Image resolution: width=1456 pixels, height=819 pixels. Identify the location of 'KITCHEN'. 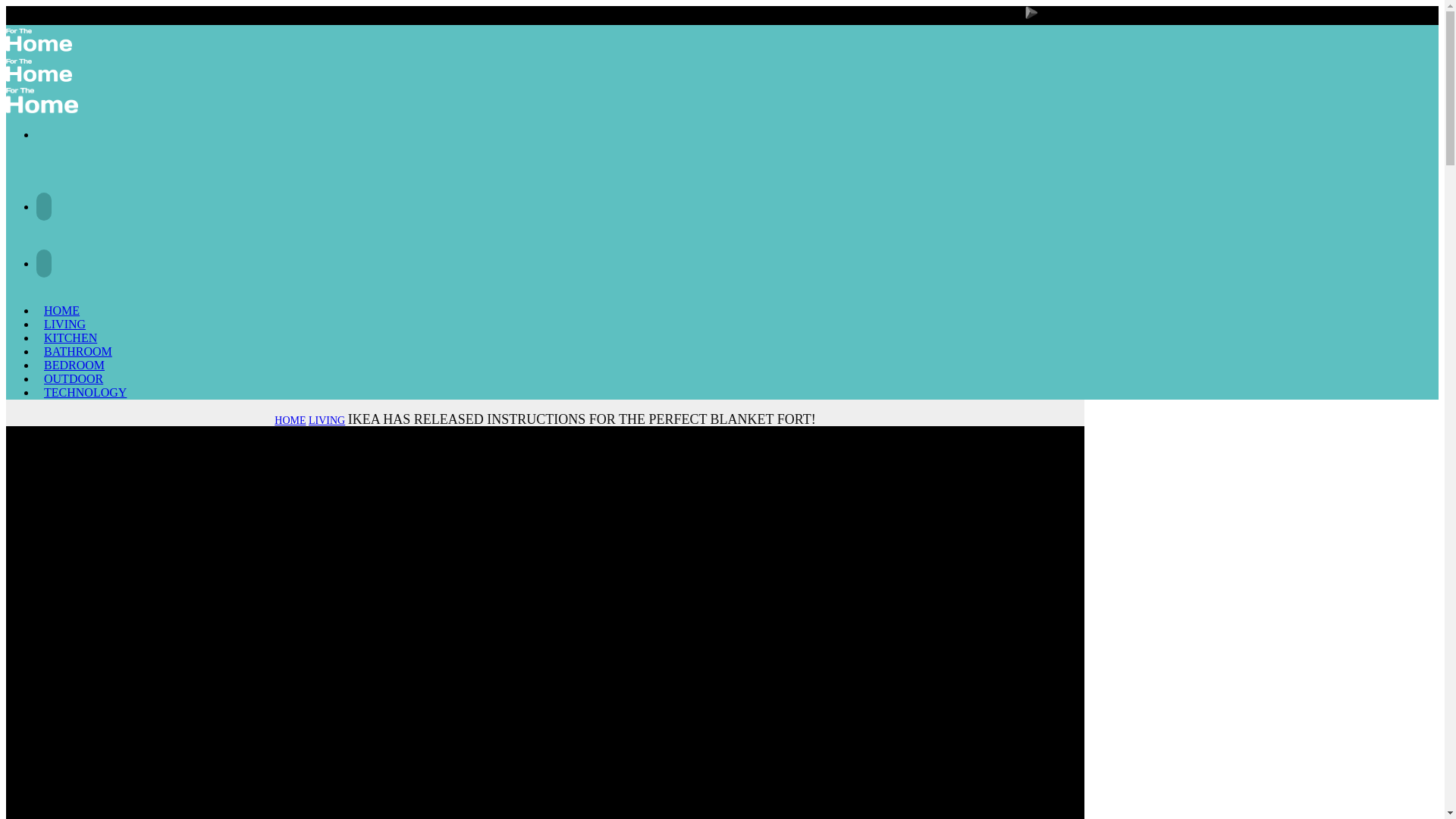
(69, 337).